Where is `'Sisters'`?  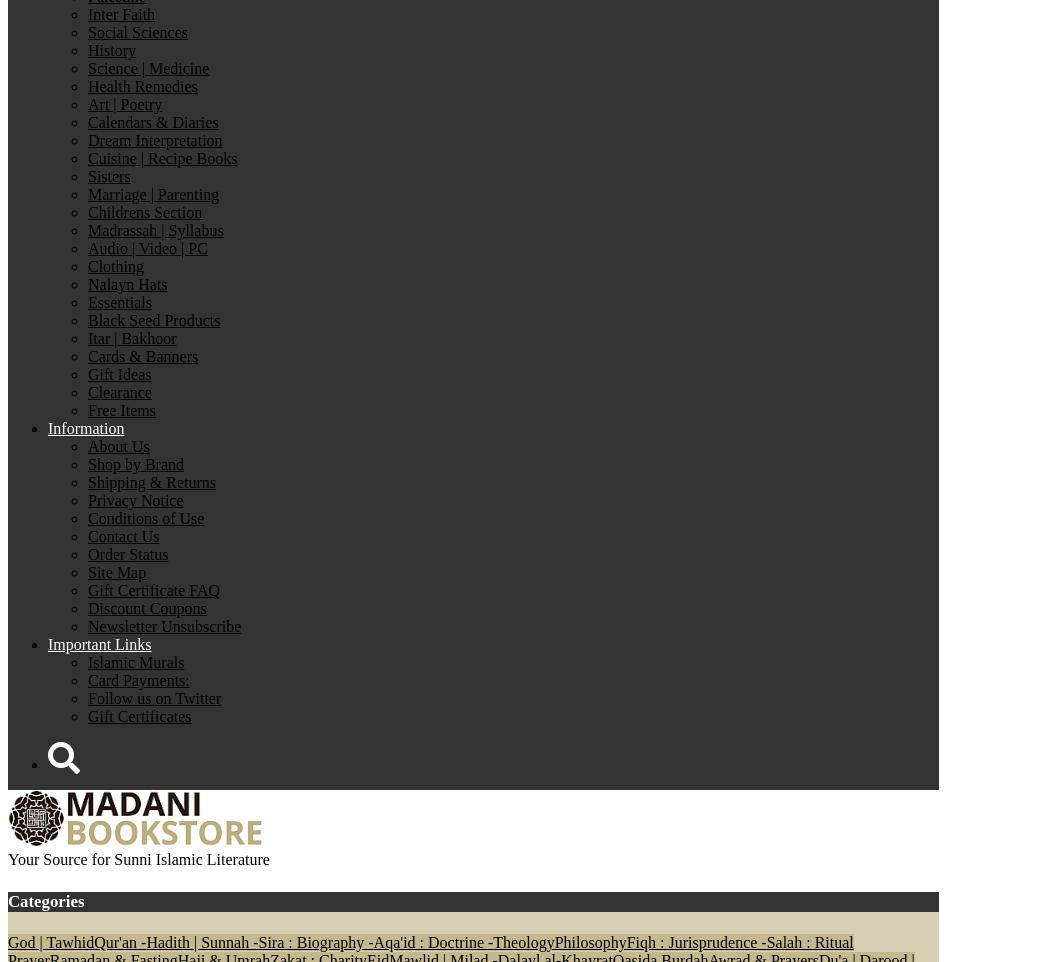 'Sisters' is located at coordinates (108, 176).